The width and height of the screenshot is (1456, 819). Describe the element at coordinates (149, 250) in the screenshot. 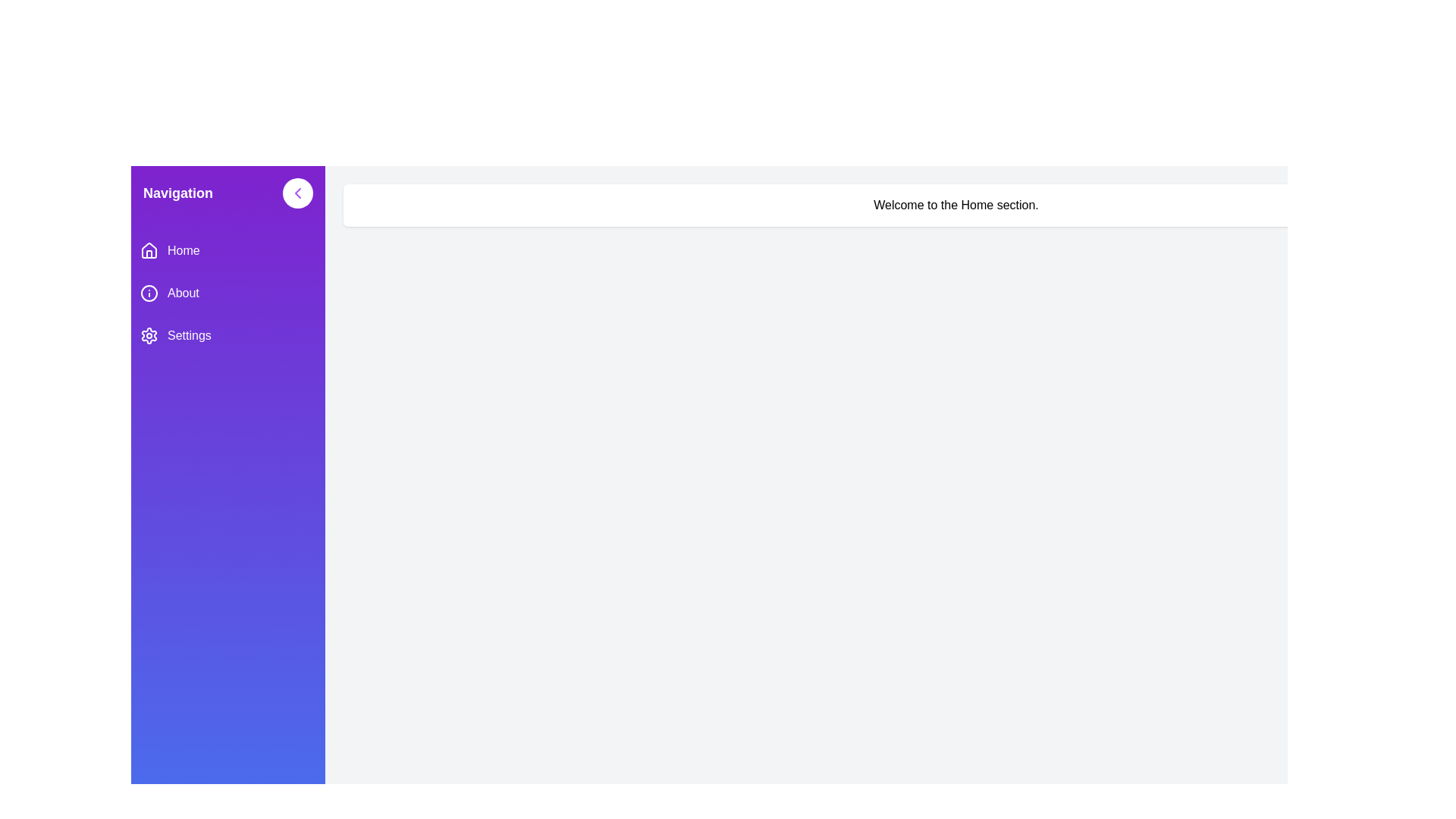

I see `the 'Home' icon located in the first row of the navigation sidebar, positioned to the left of the text label 'Home'` at that location.